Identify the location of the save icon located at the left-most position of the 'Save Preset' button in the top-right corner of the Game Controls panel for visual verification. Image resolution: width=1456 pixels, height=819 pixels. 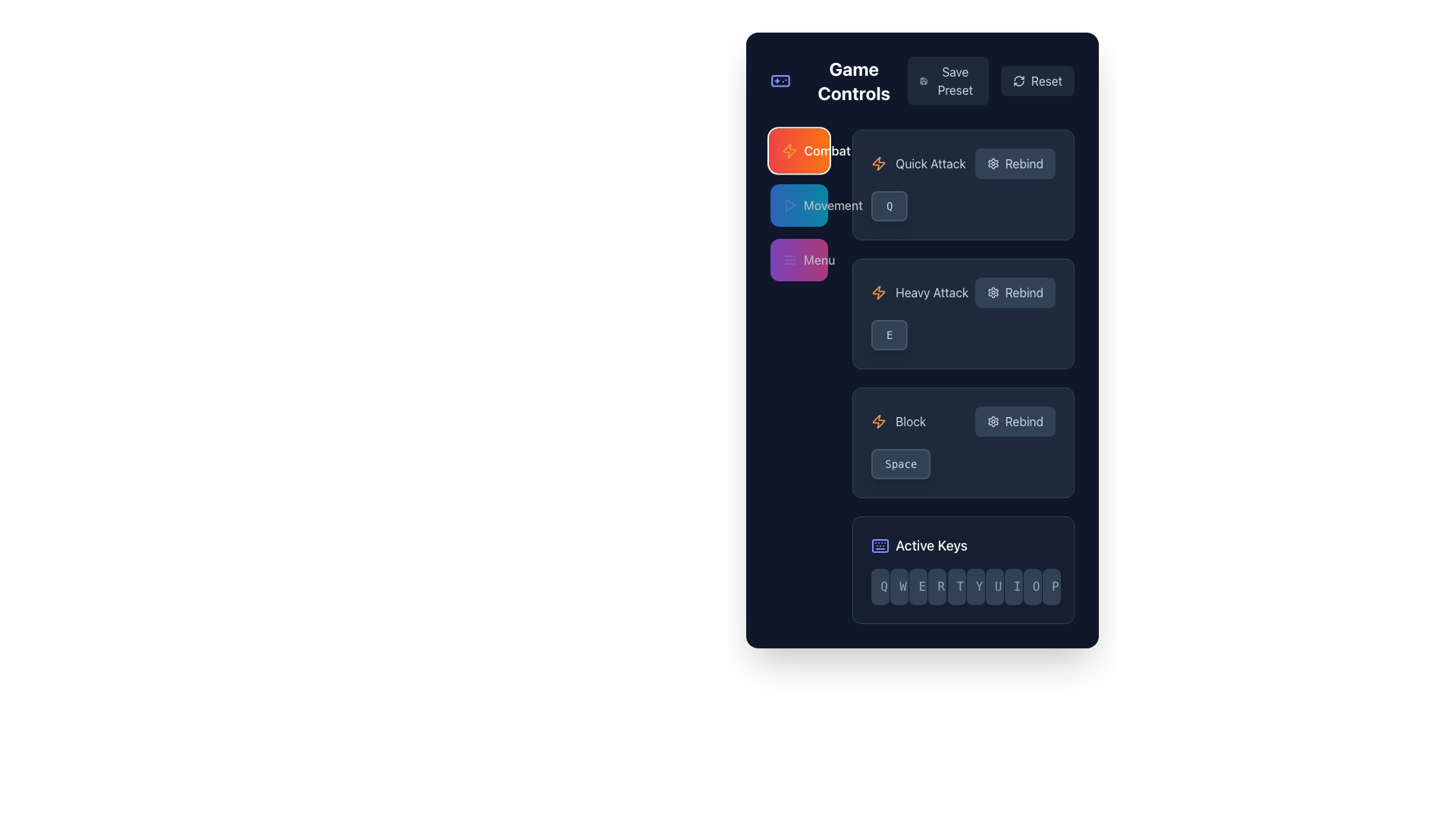
(923, 81).